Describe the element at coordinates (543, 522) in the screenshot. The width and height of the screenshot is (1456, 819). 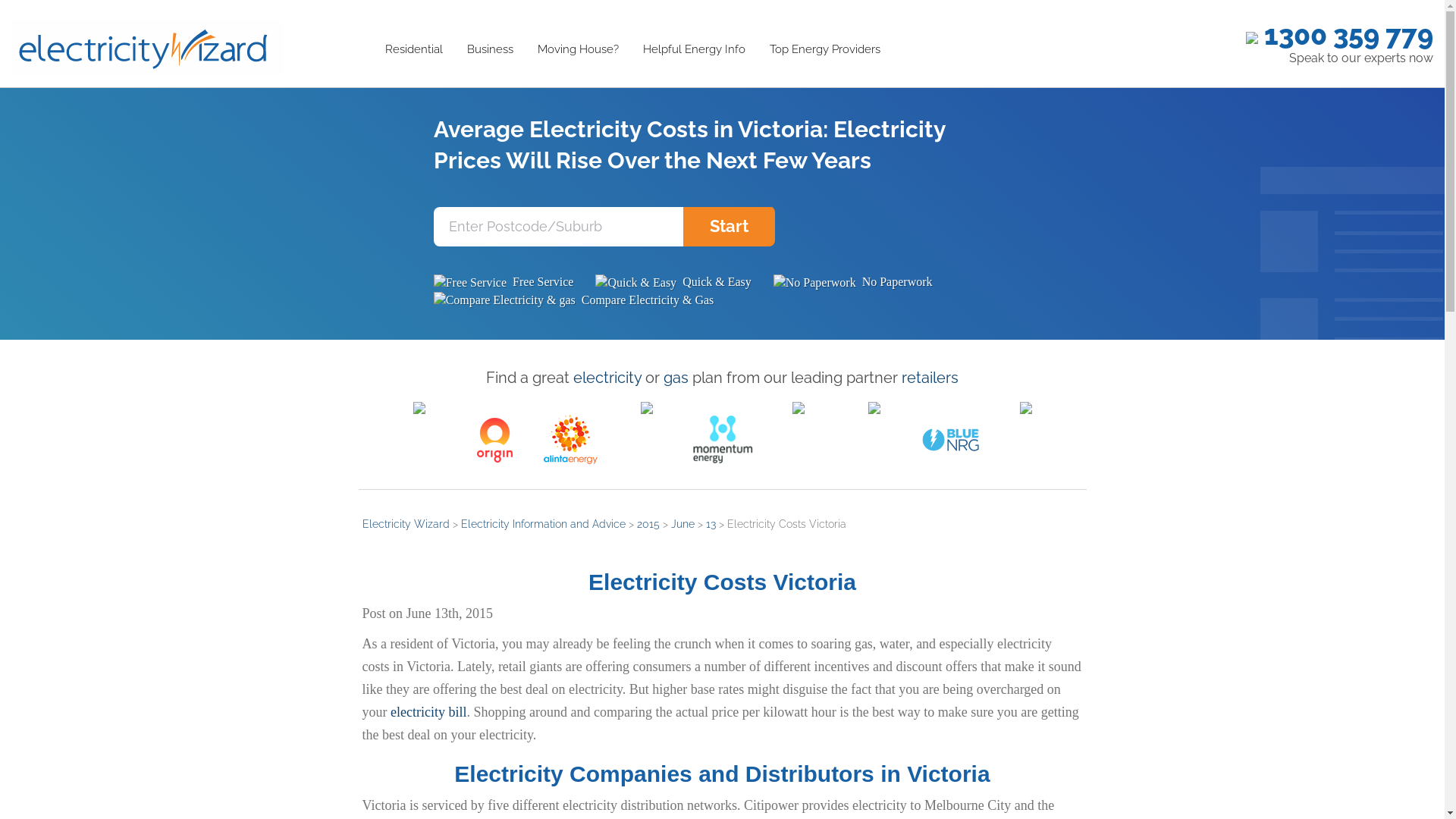
I see `'Electricity Information and Advice'` at that location.